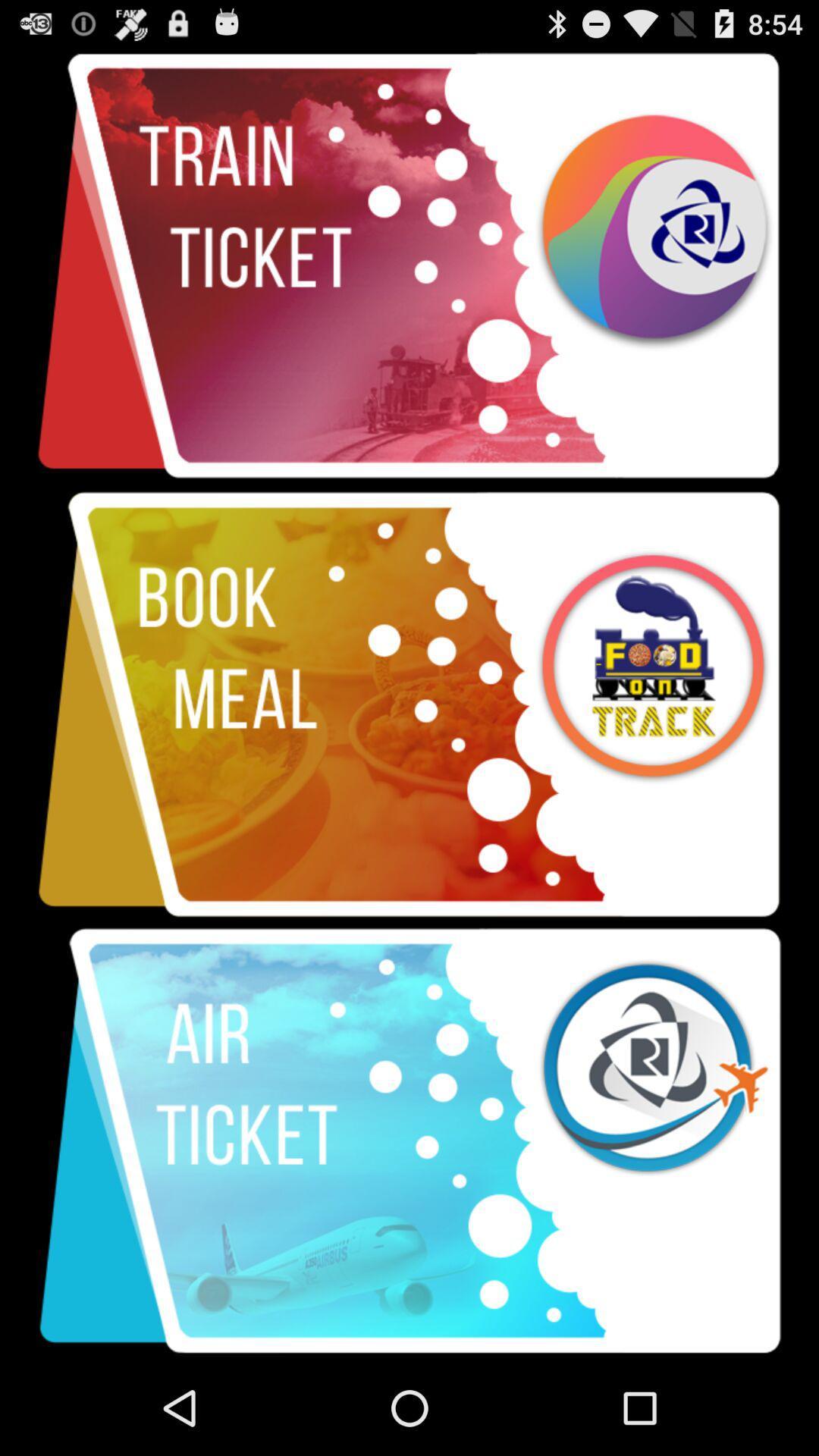 The height and width of the screenshot is (1456, 819). I want to click on the item at the bottom, so click(409, 1141).